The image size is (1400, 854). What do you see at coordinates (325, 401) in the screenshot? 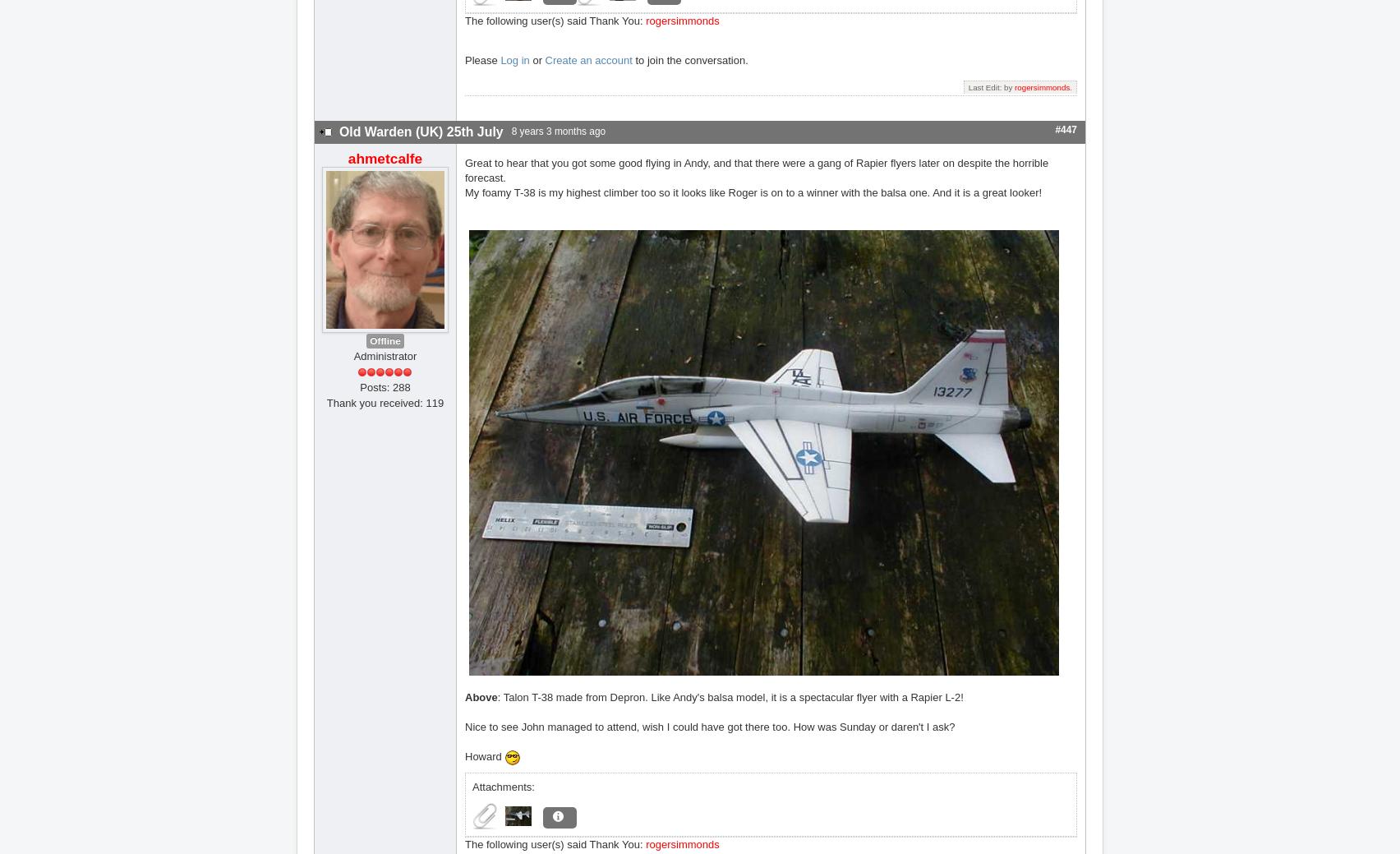
I see `'Thank you received: 119'` at bounding box center [325, 401].